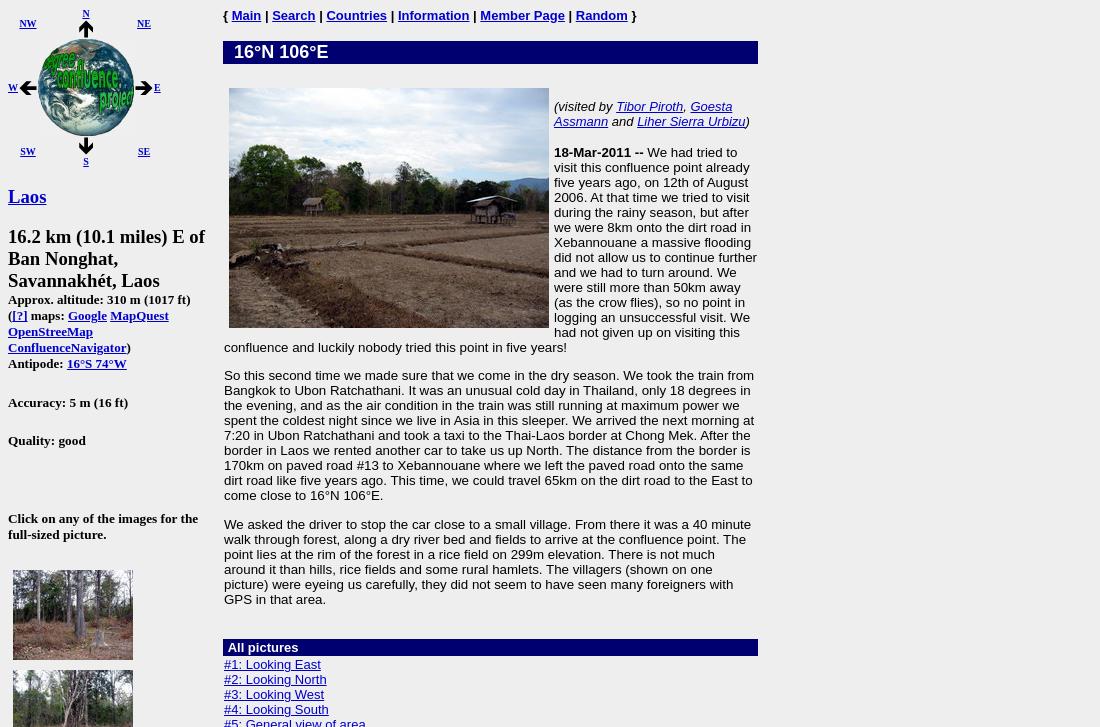 This screenshot has height=727, width=1100. I want to click on 'Member Page', so click(521, 15).